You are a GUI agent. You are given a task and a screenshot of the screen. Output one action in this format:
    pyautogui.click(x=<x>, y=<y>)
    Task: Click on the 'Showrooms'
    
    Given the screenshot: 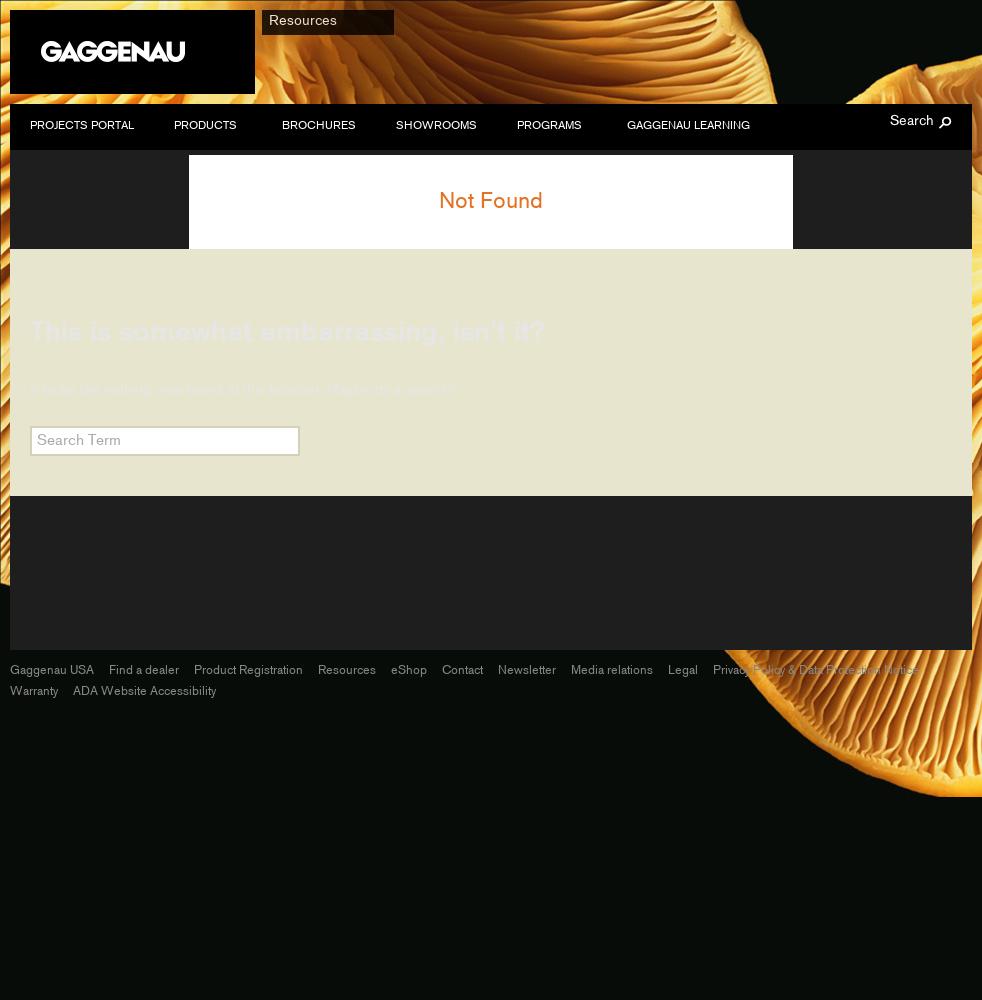 What is the action you would take?
    pyautogui.click(x=396, y=126)
    